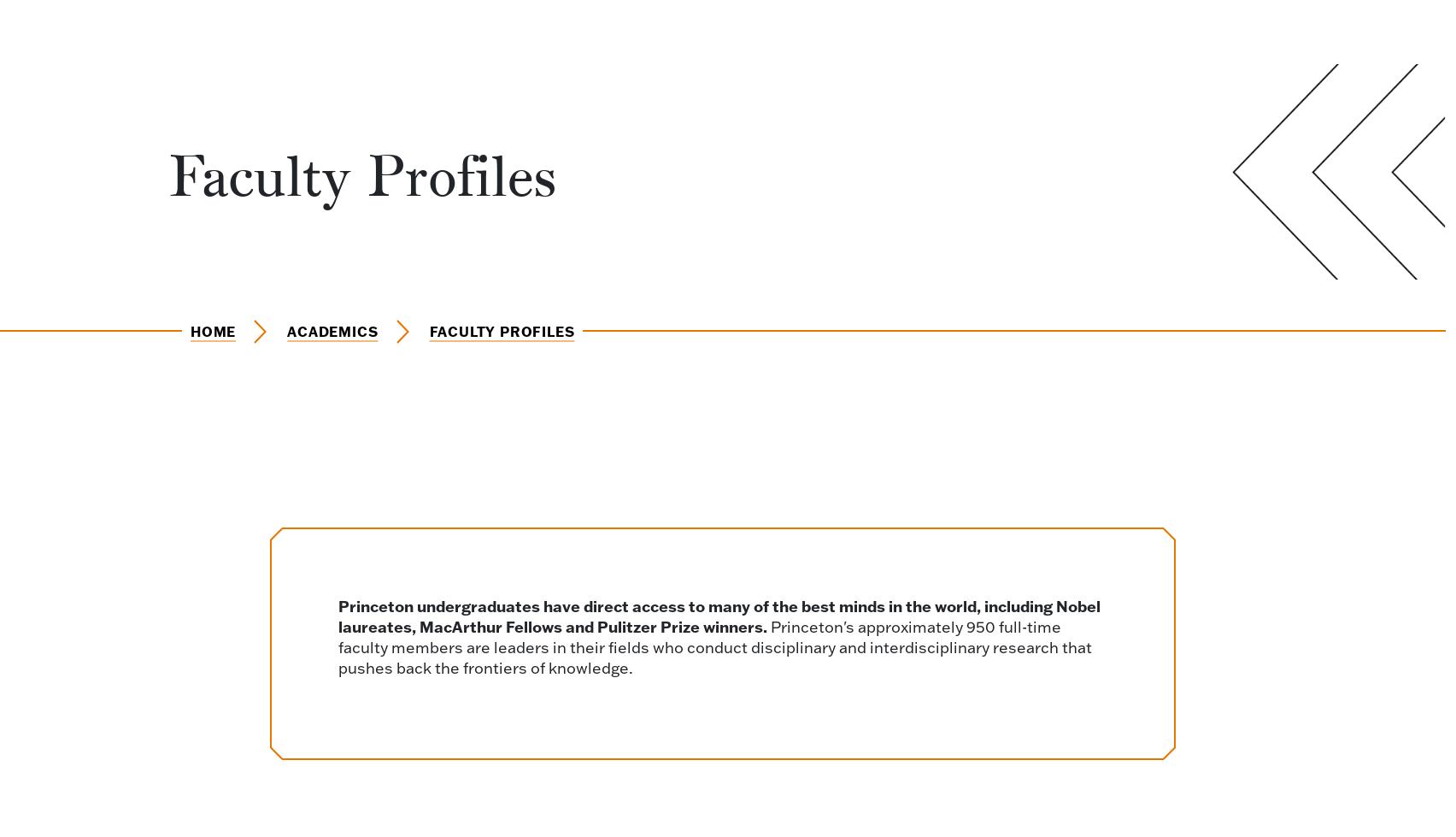 This screenshot has width=1456, height=837. I want to click on 'David MacMillan', so click(652, 63).